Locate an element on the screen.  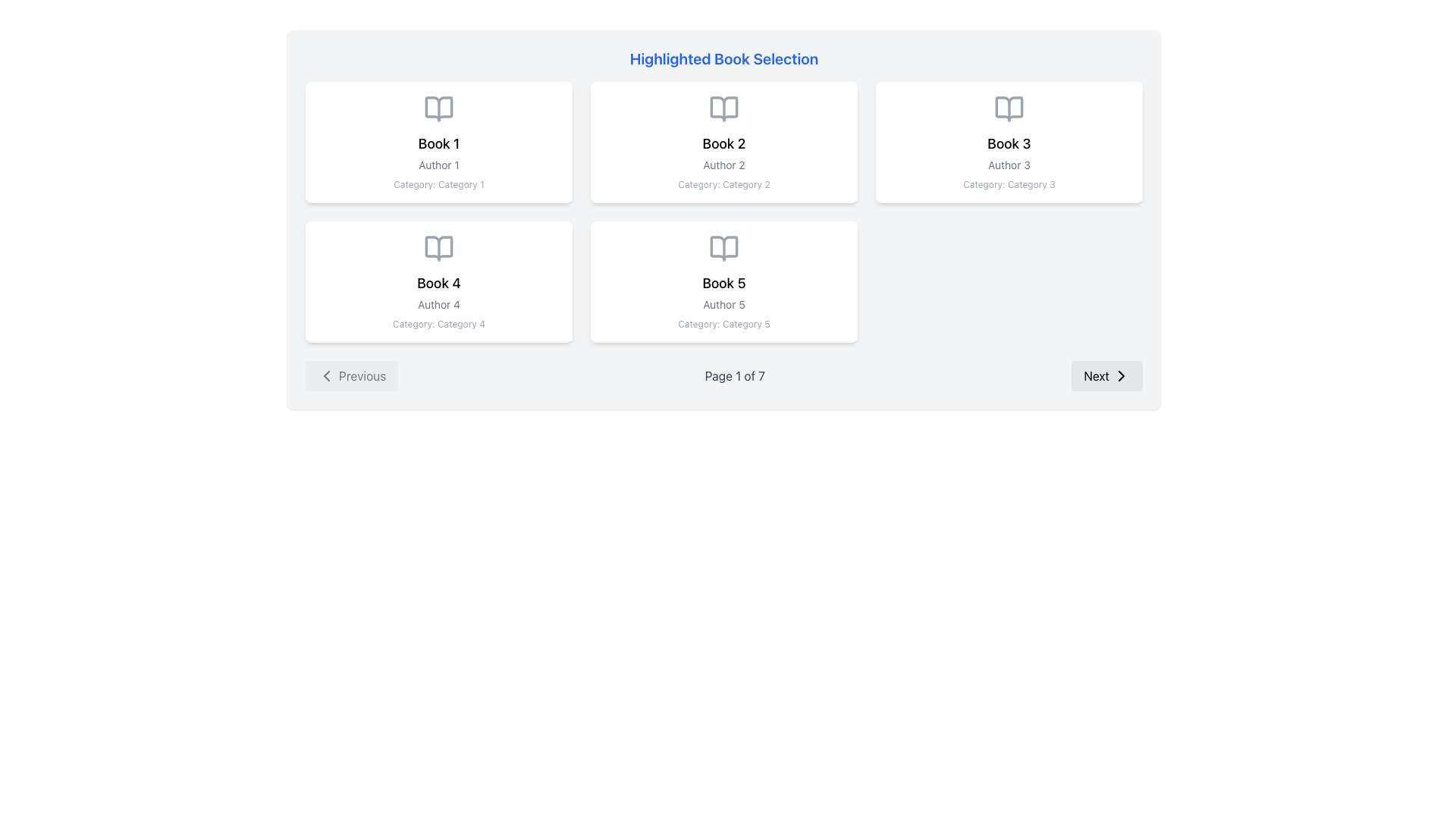
the selectable card for 'Book 4' located in the second row, first column of the grid layout is located at coordinates (438, 281).